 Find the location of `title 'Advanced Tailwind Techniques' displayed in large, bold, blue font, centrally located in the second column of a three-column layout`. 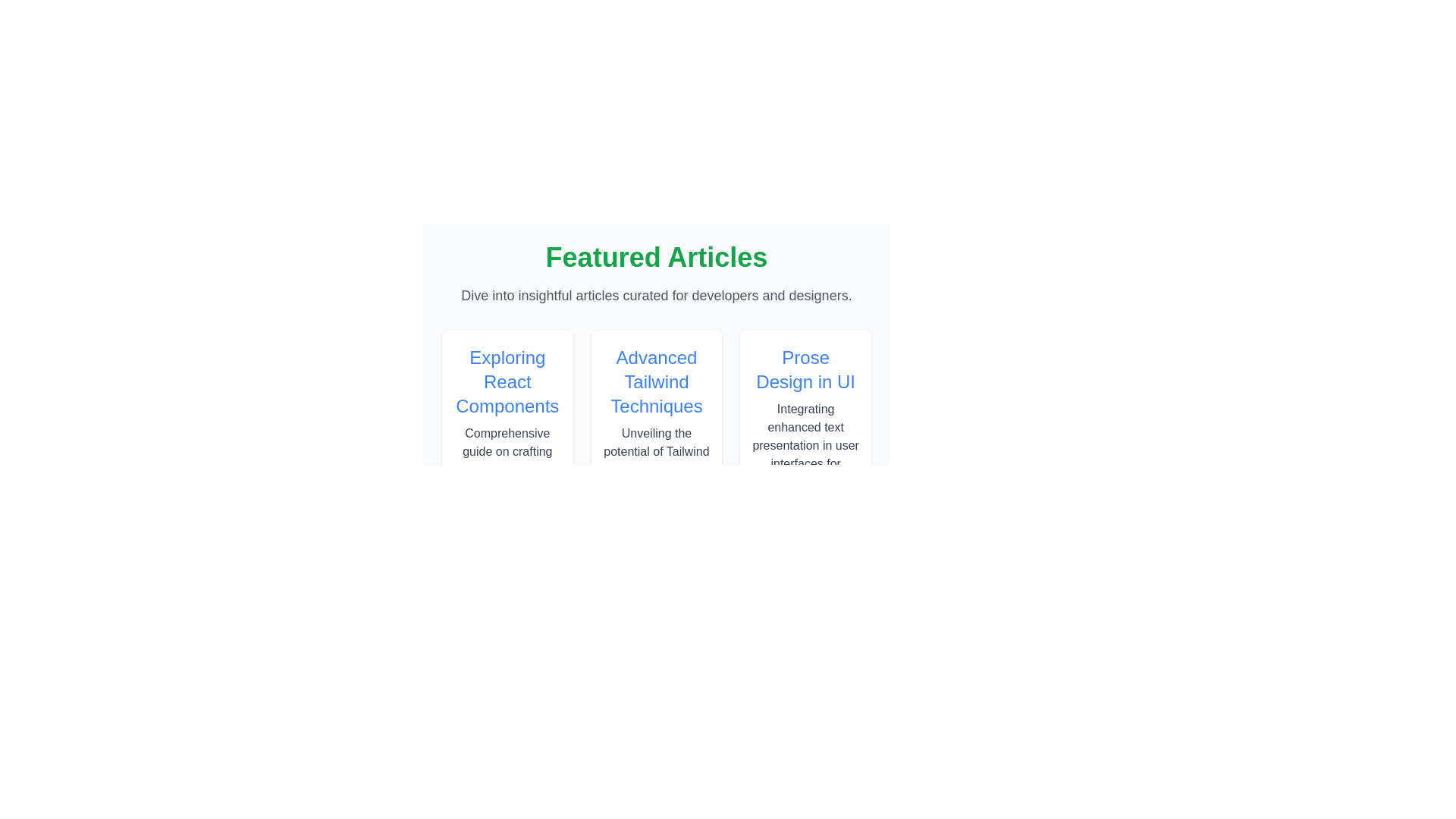

title 'Advanced Tailwind Techniques' displayed in large, bold, blue font, centrally located in the second column of a three-column layout is located at coordinates (656, 381).